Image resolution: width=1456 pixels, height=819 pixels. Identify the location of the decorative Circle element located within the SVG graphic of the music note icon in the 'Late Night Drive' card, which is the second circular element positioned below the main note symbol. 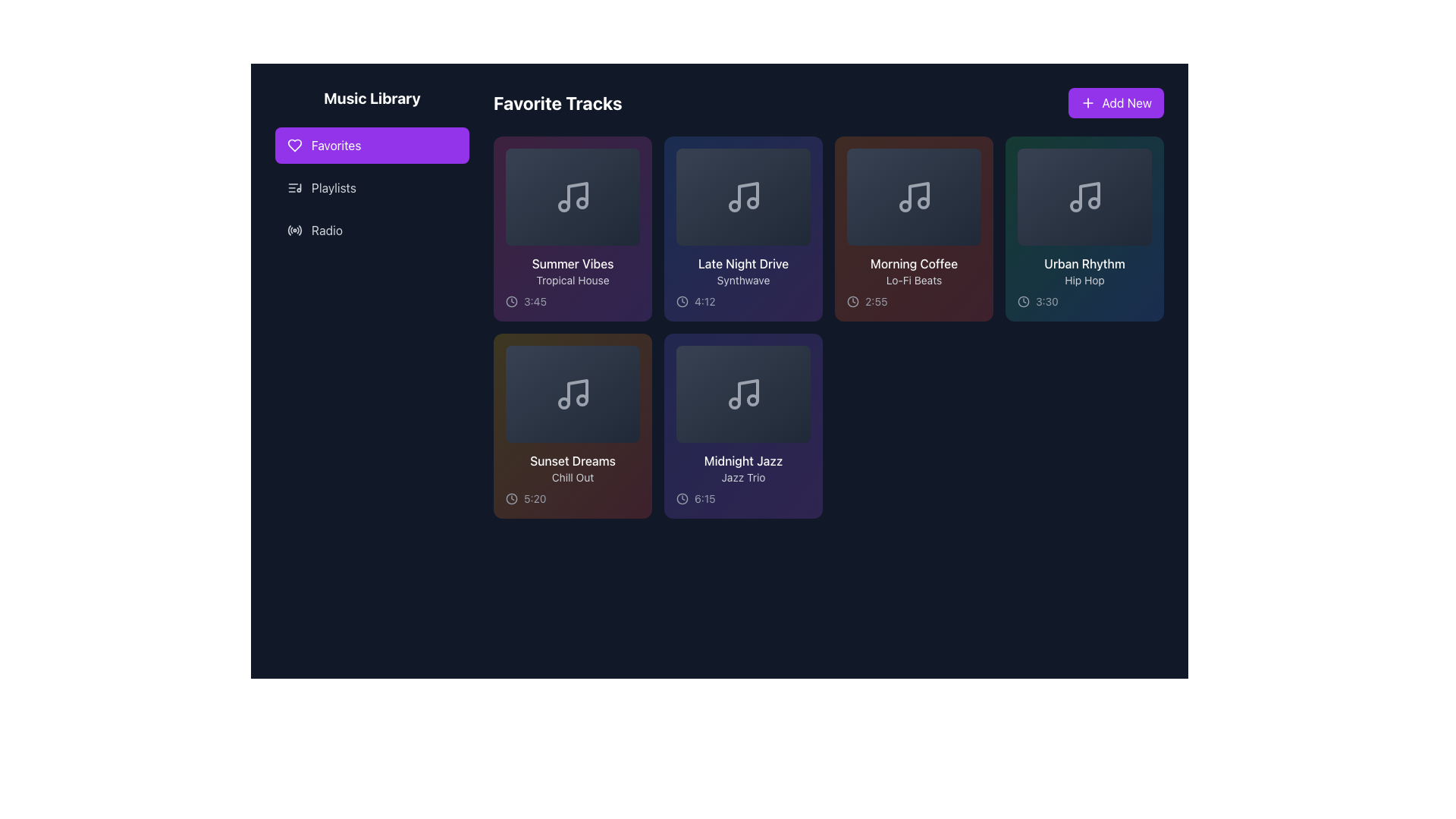
(734, 206).